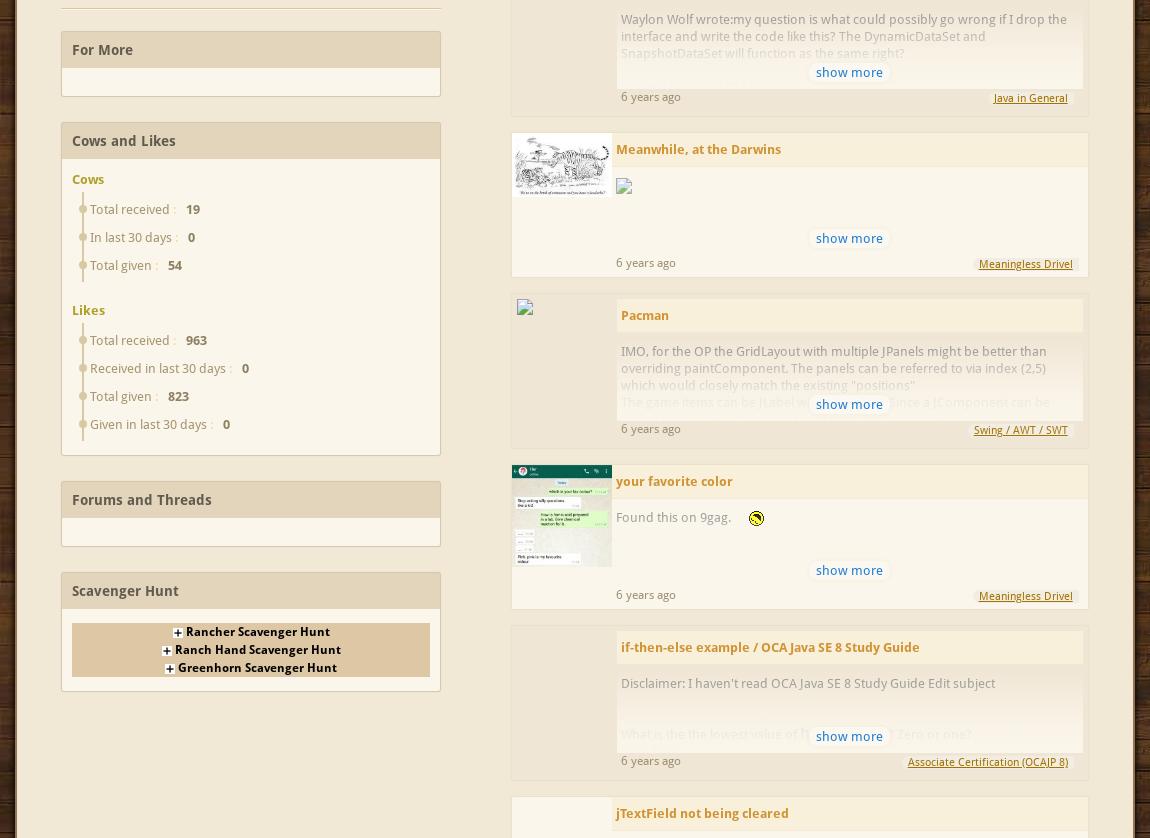  What do you see at coordinates (87, 308) in the screenshot?
I see `'Likes'` at bounding box center [87, 308].